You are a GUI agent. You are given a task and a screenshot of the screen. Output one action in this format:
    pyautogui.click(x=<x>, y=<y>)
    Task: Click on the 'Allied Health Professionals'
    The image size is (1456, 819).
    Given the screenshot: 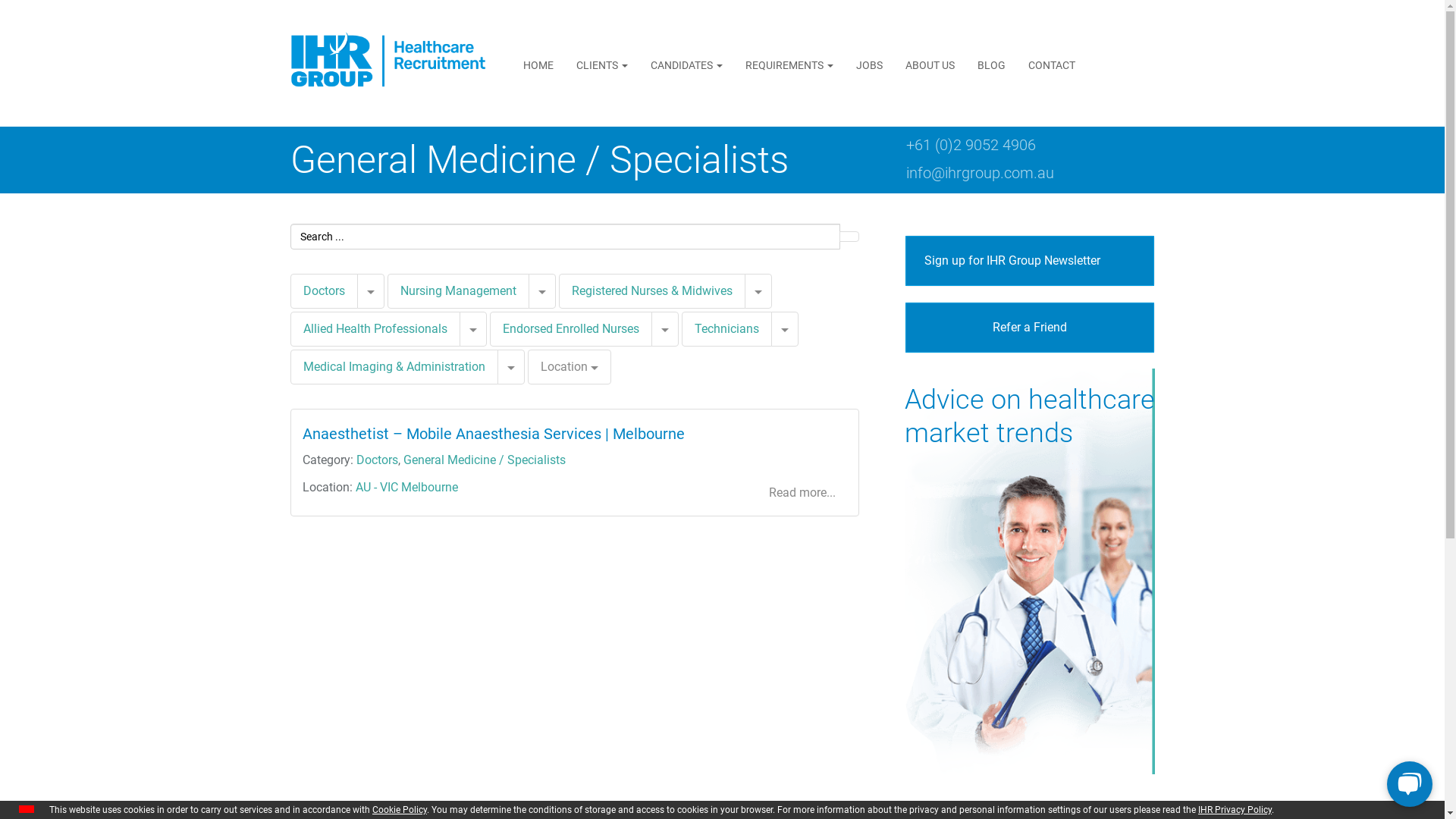 What is the action you would take?
    pyautogui.click(x=290, y=328)
    